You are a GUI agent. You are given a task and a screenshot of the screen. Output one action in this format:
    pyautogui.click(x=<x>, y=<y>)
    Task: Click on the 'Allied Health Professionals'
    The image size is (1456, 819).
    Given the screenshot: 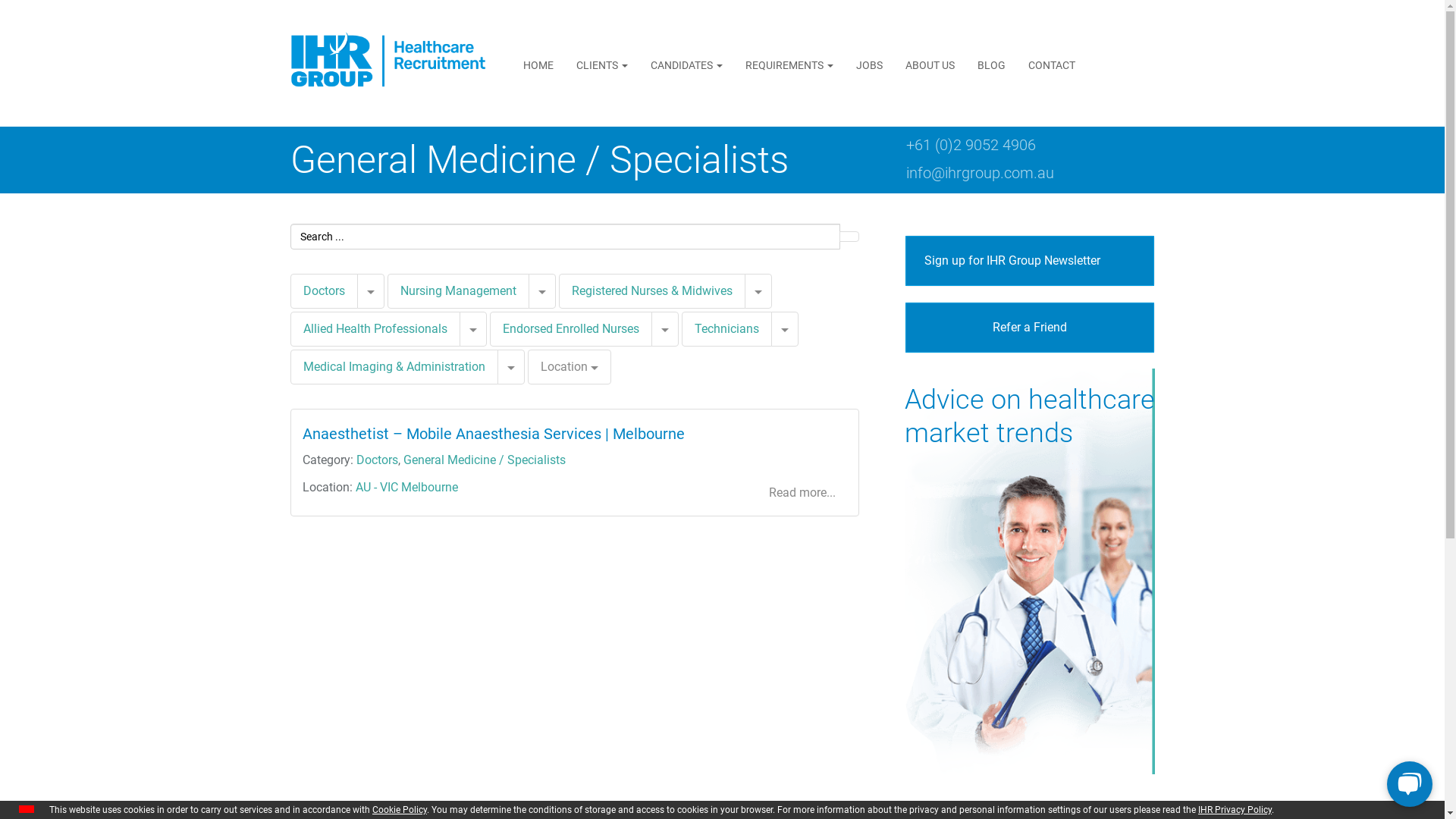 What is the action you would take?
    pyautogui.click(x=290, y=328)
    